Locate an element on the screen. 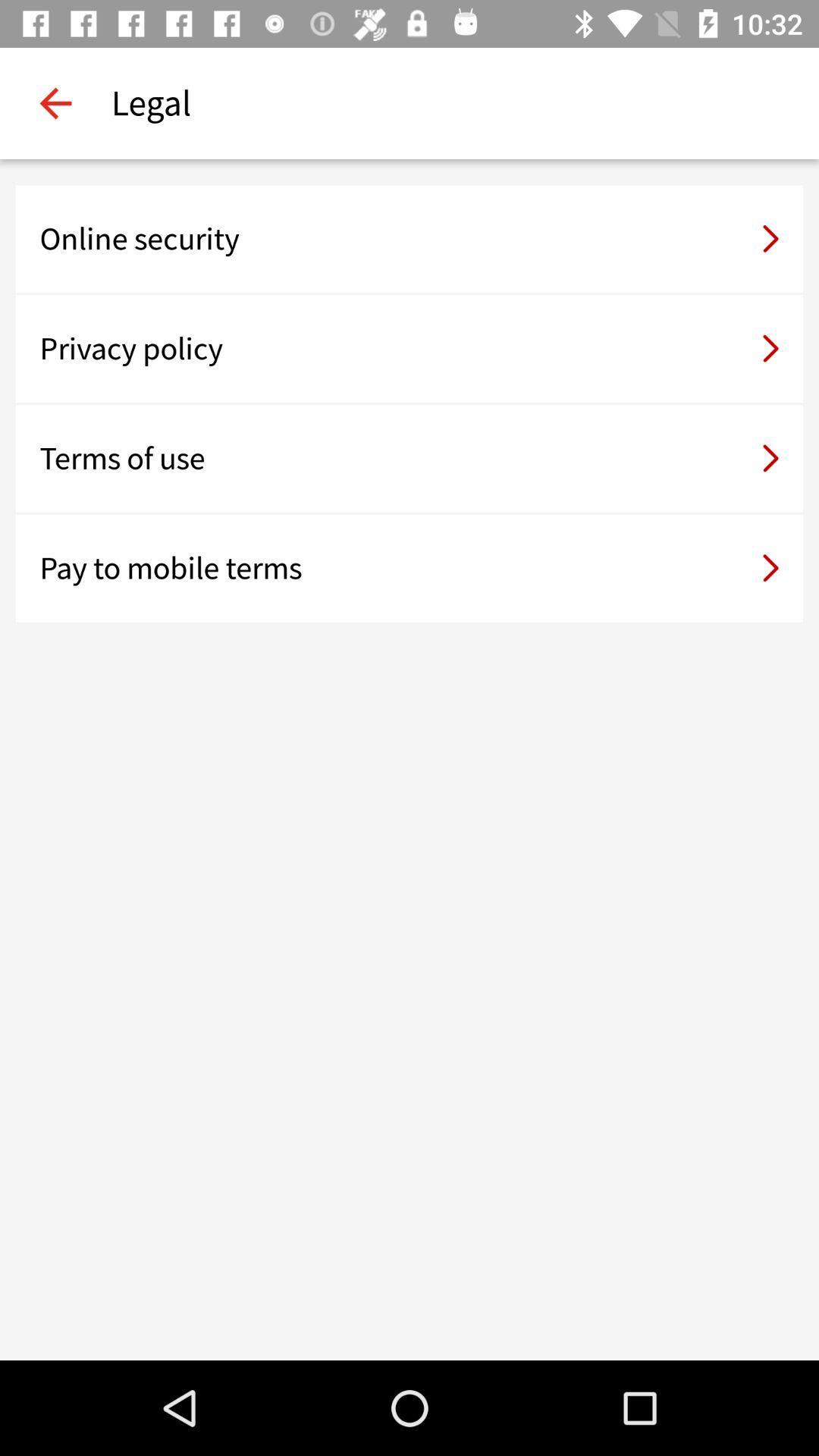 The height and width of the screenshot is (1456, 819). item above the terms of use item is located at coordinates (409, 348).